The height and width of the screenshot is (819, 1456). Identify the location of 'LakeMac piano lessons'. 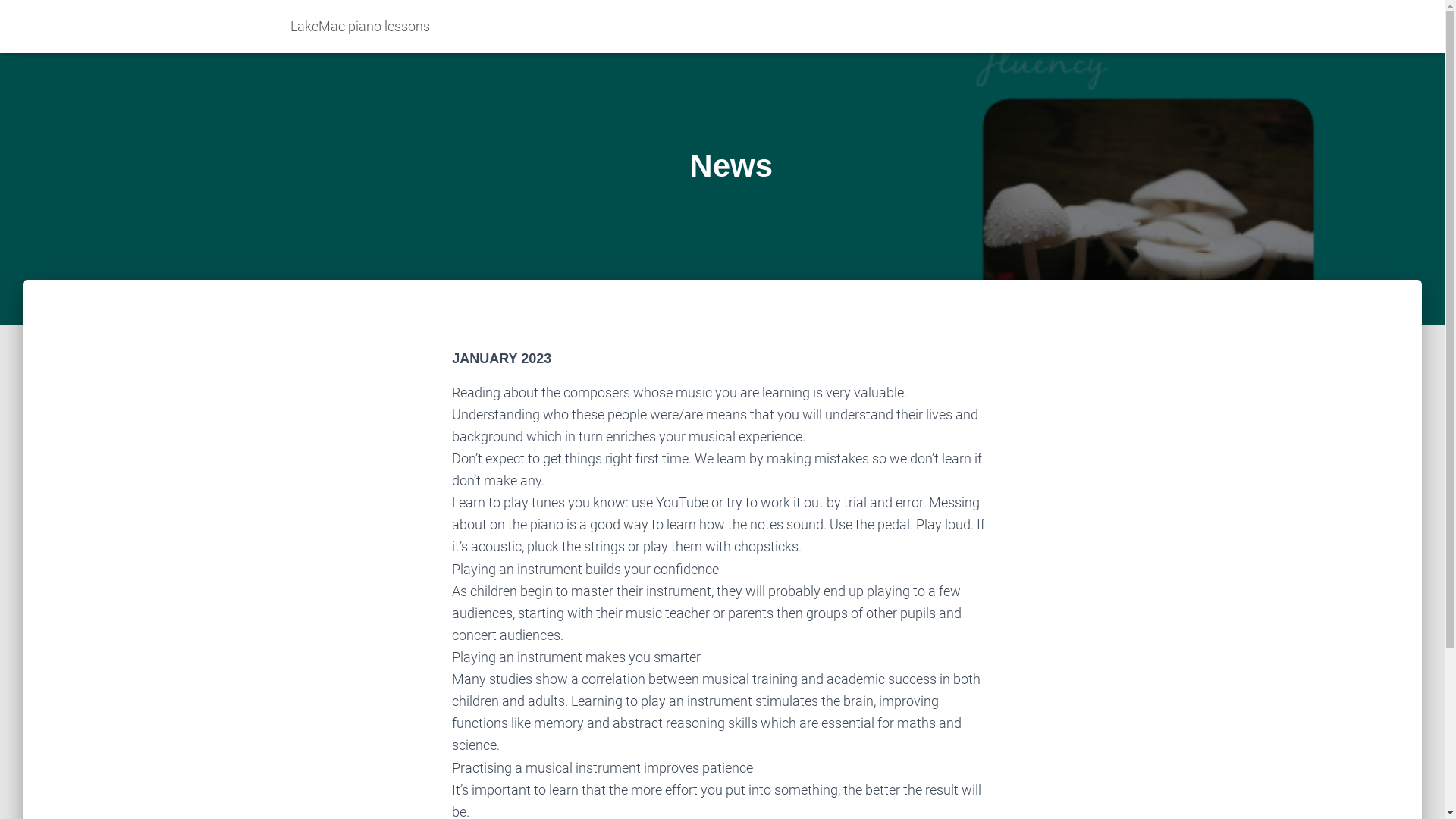
(279, 26).